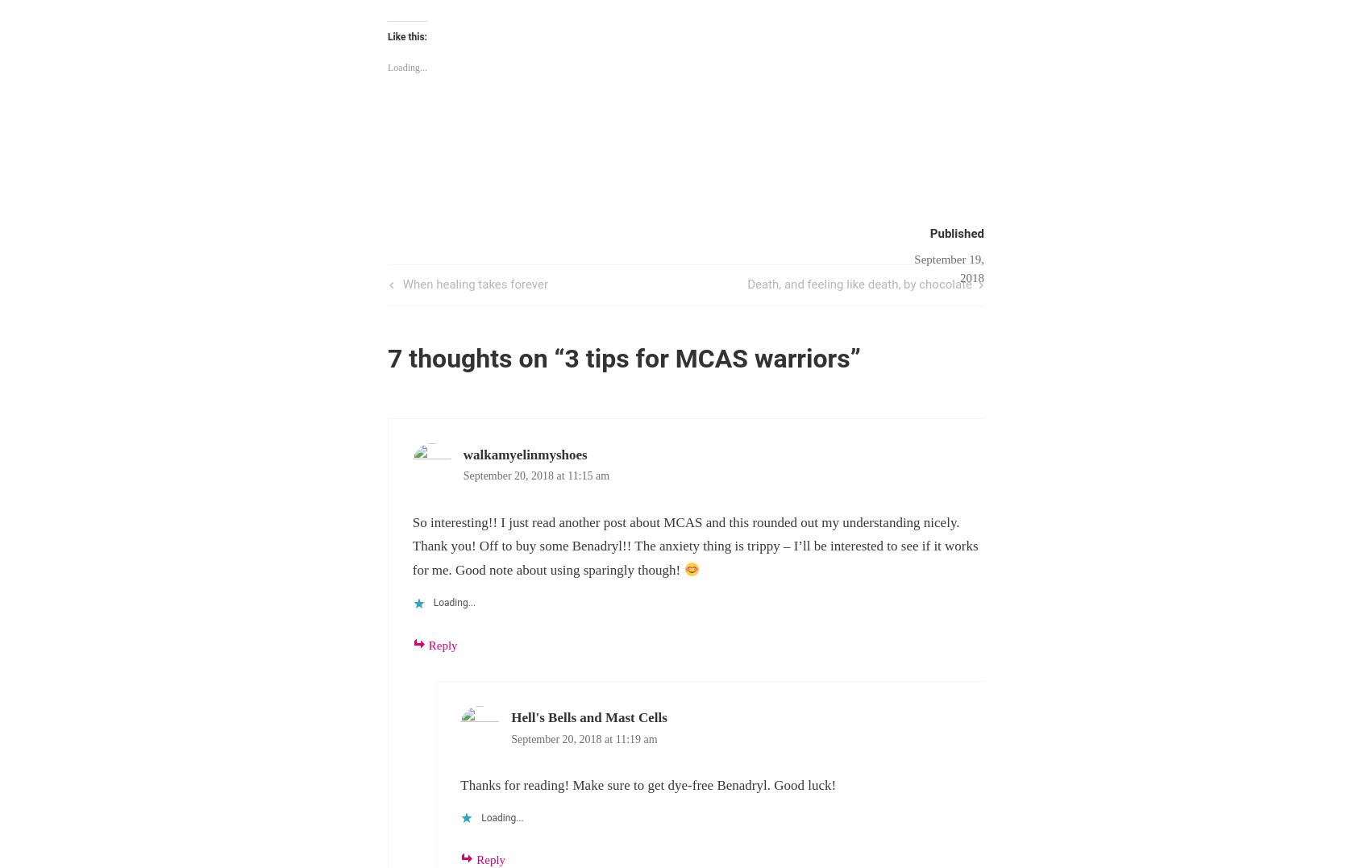 This screenshot has height=868, width=1372. I want to click on '3 tips for MCAS warriors', so click(707, 357).